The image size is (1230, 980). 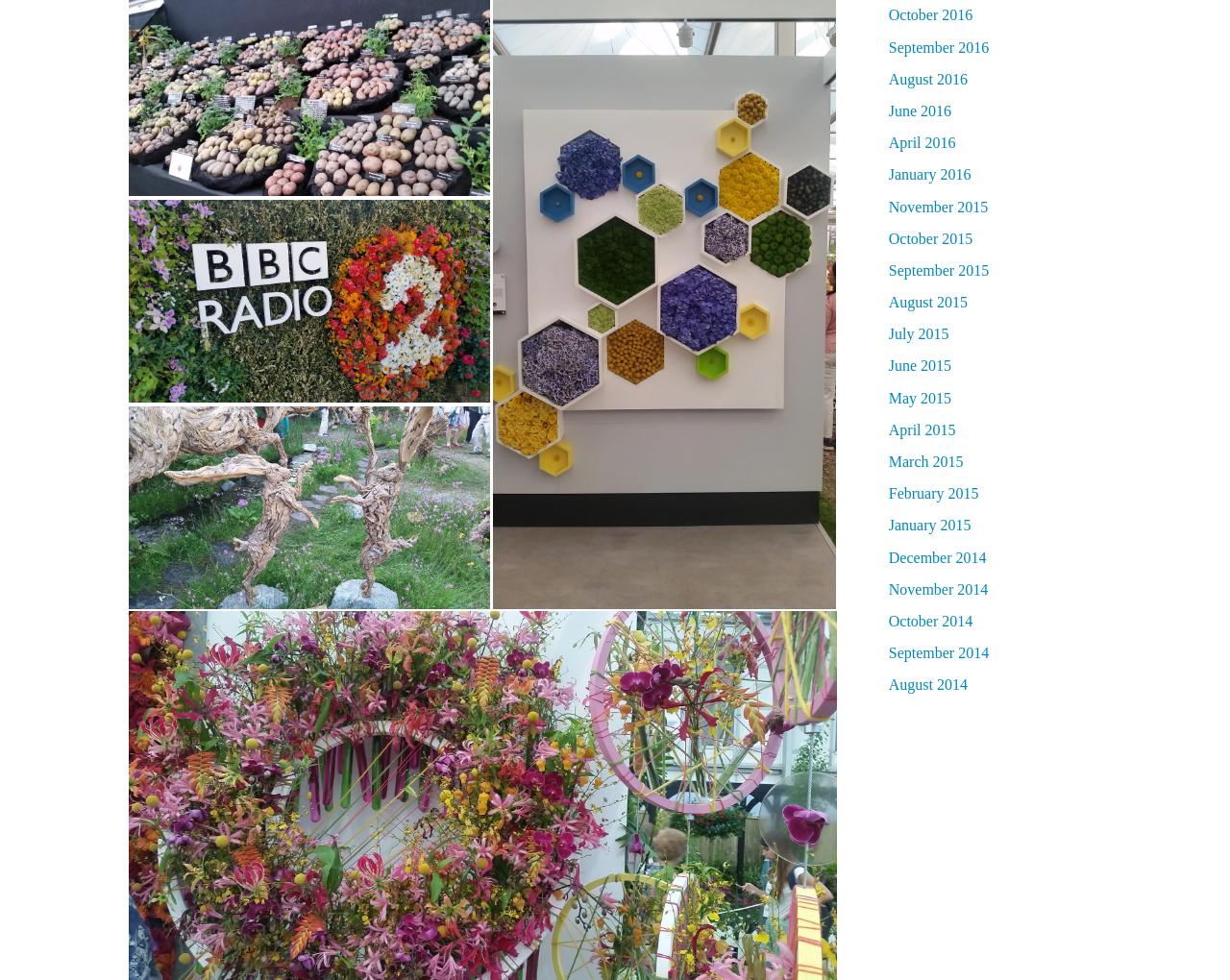 I want to click on 'November 2015', so click(x=938, y=206).